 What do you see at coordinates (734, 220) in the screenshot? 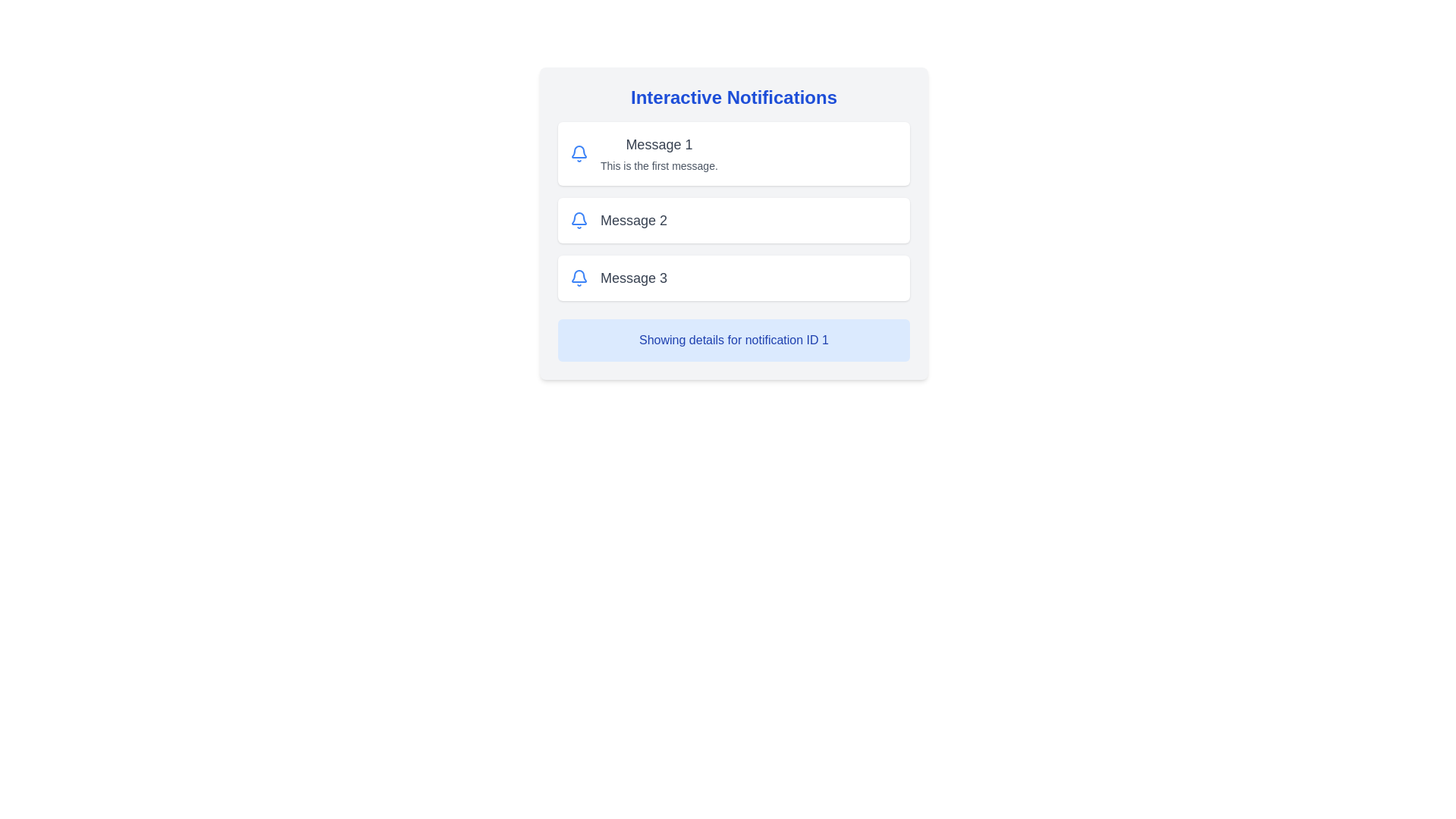
I see `the second card in the vertical list of notifications` at bounding box center [734, 220].